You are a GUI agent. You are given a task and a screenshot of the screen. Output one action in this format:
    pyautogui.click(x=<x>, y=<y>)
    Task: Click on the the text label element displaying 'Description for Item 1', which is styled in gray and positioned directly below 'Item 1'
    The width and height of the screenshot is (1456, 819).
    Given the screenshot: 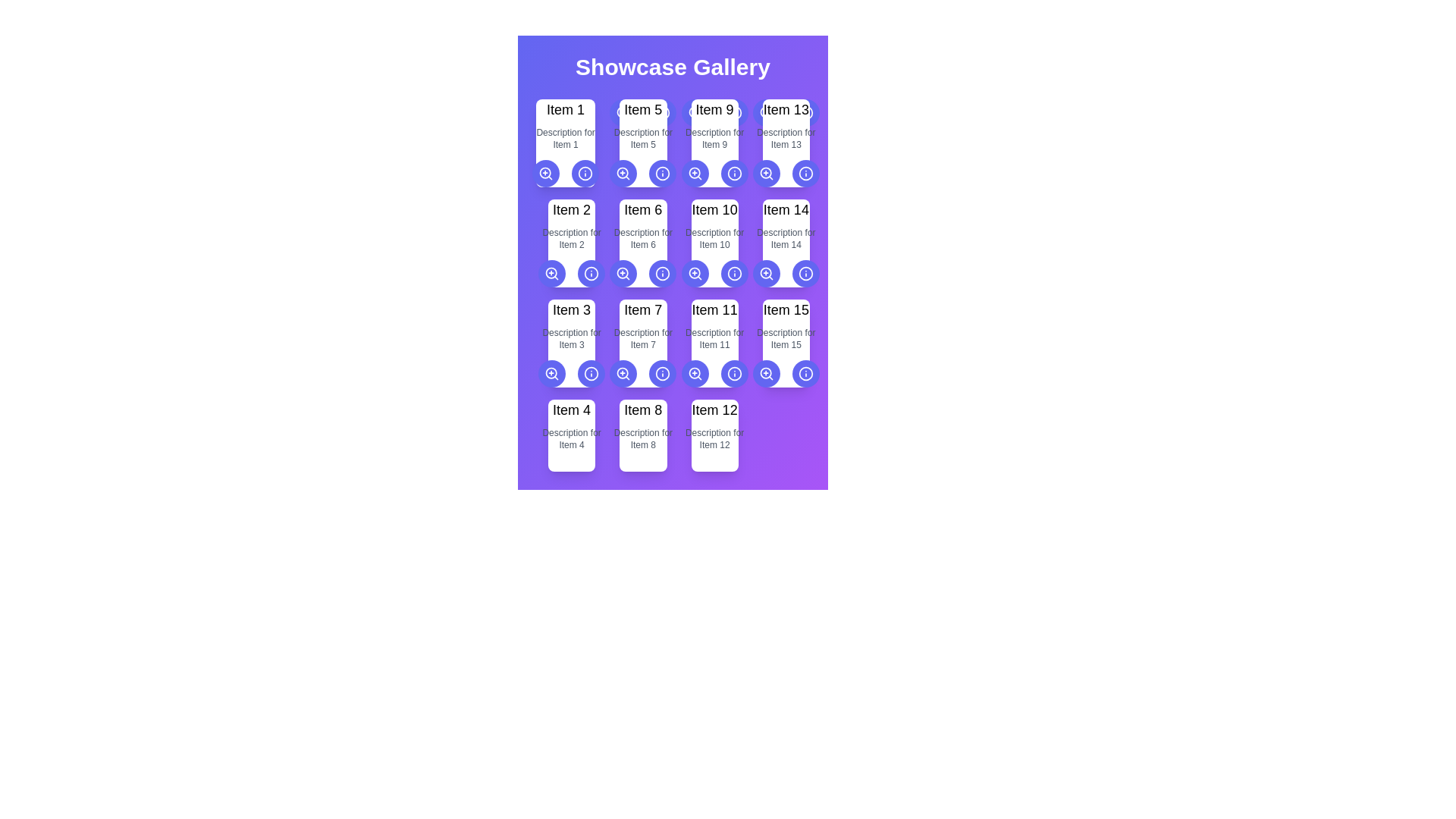 What is the action you would take?
    pyautogui.click(x=565, y=138)
    